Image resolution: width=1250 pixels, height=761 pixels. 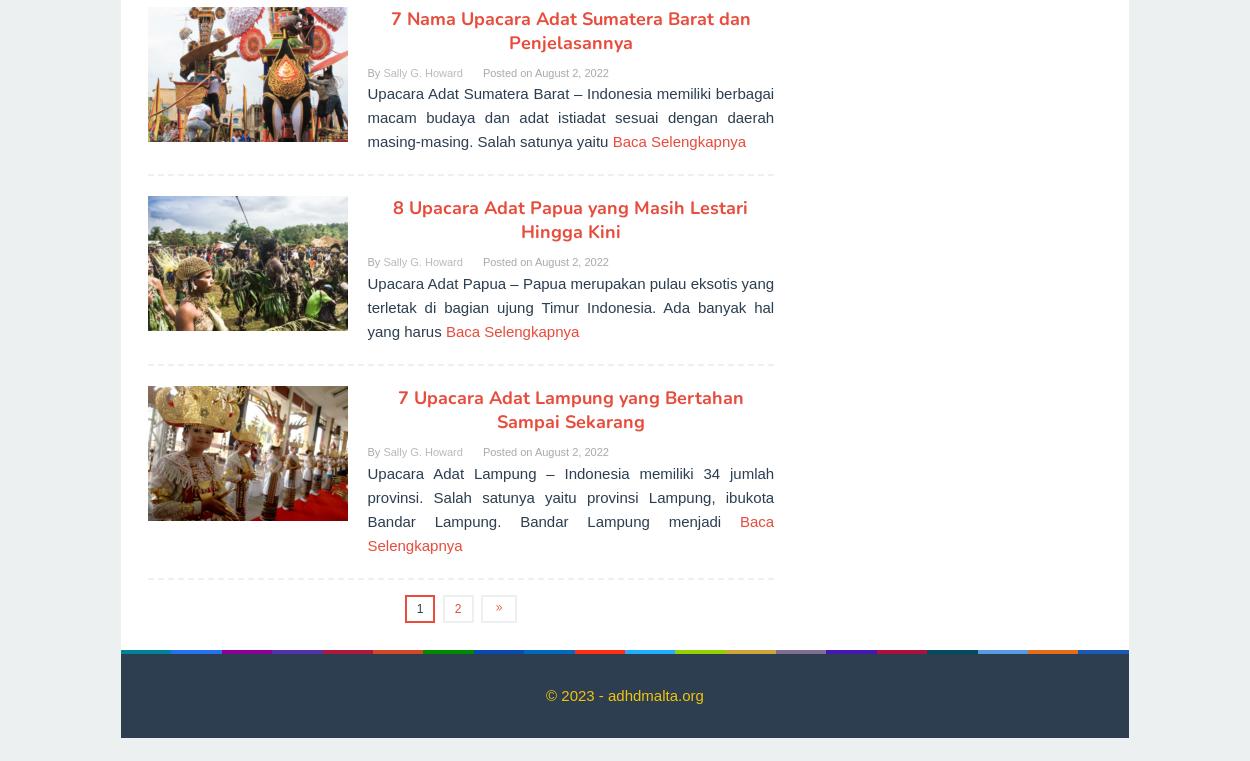 What do you see at coordinates (569, 305) in the screenshot?
I see `'Upacara Adat Papua – Papua merupakan pulau eksotis yang terletak di bagian ujung Timur Indonesia. Ada banyak hal yang harus'` at bounding box center [569, 305].